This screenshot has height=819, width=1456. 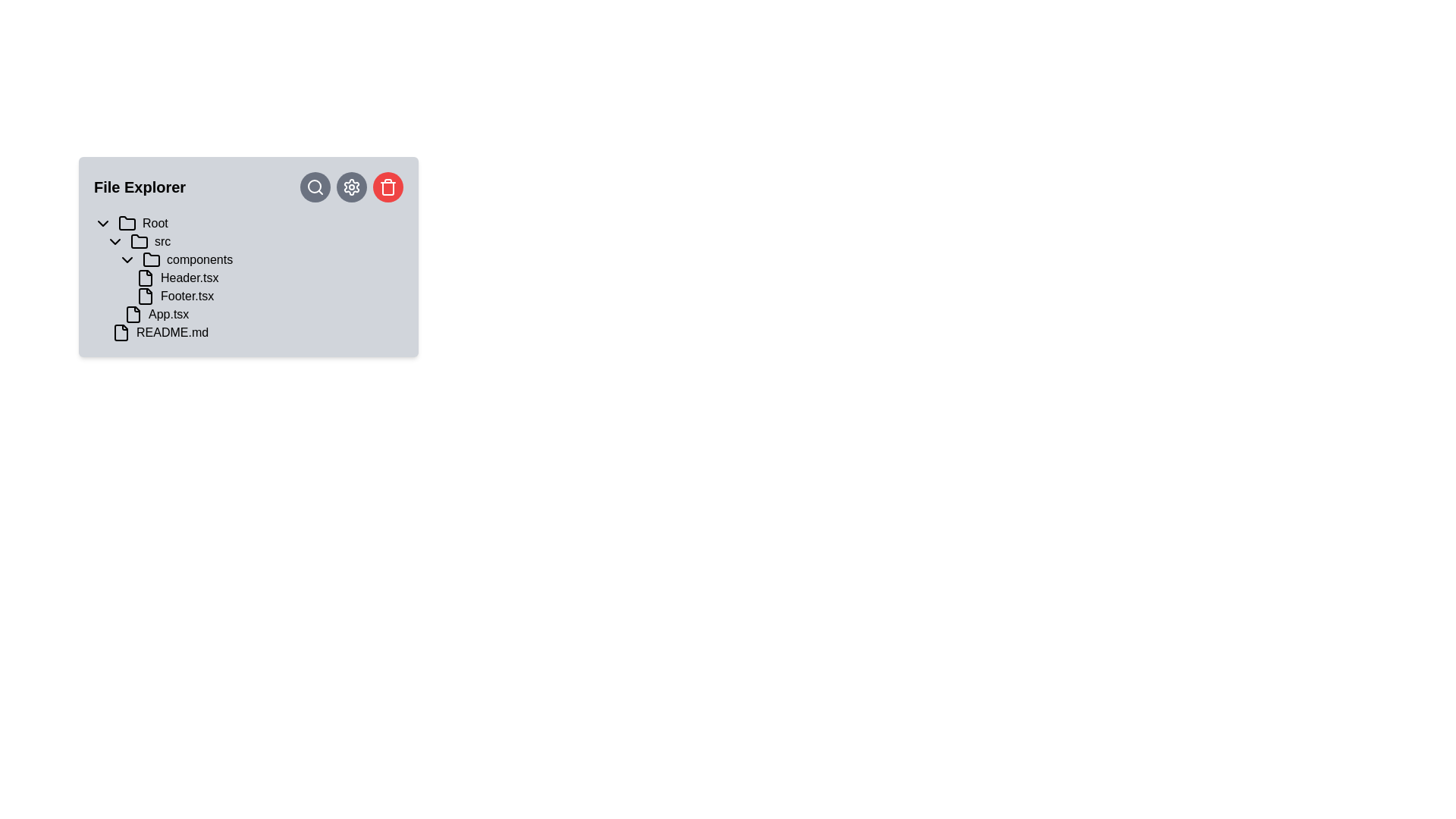 What do you see at coordinates (315, 186) in the screenshot?
I see `the magnifying glass icon button, which is the first button from the left in a row of circular buttons at the top-right corner of the 'File Explorer' component` at bounding box center [315, 186].